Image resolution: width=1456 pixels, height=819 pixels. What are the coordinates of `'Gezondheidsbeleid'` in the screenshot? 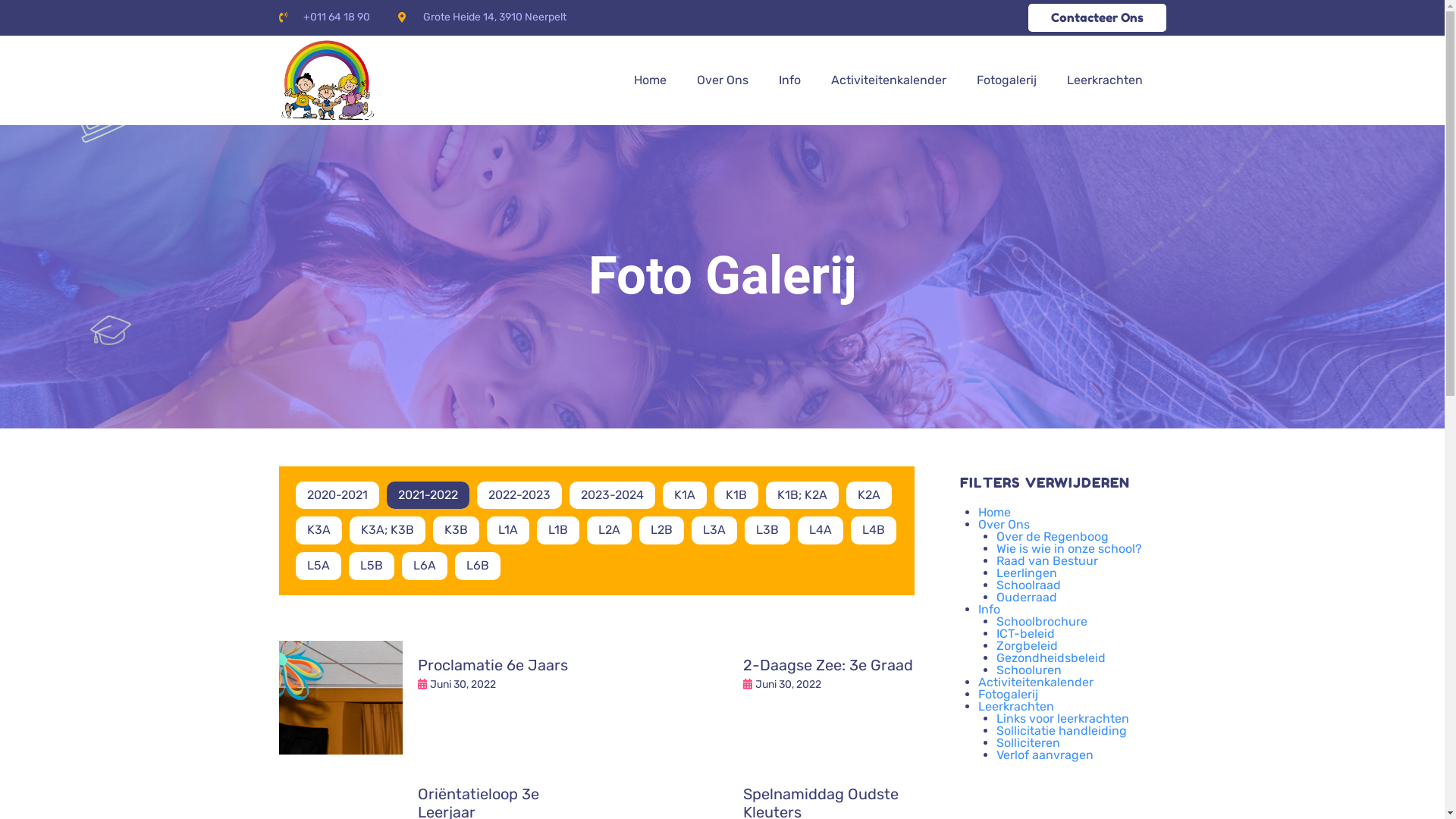 It's located at (996, 657).